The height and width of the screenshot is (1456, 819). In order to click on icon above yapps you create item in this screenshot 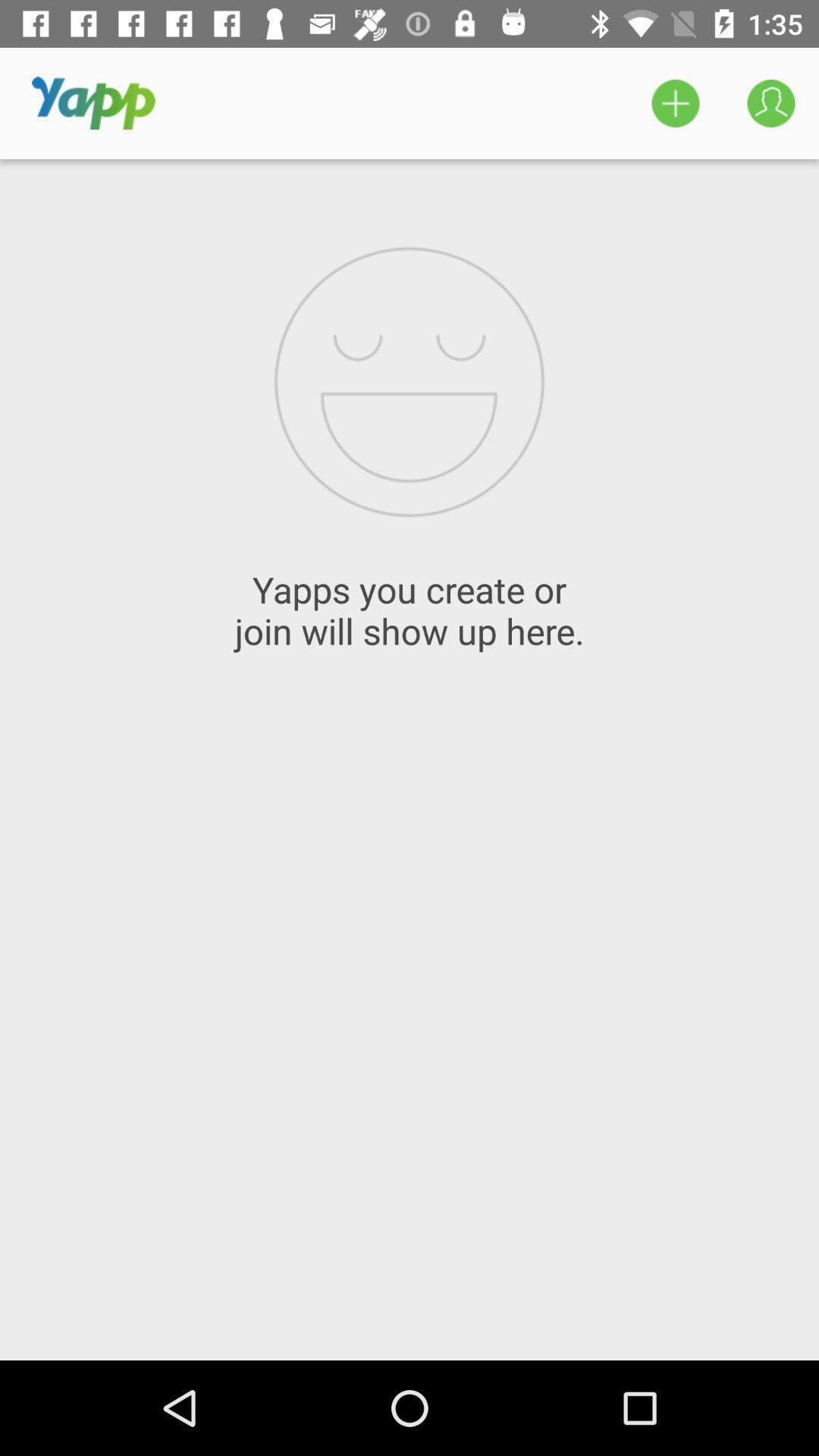, I will do `click(675, 102)`.